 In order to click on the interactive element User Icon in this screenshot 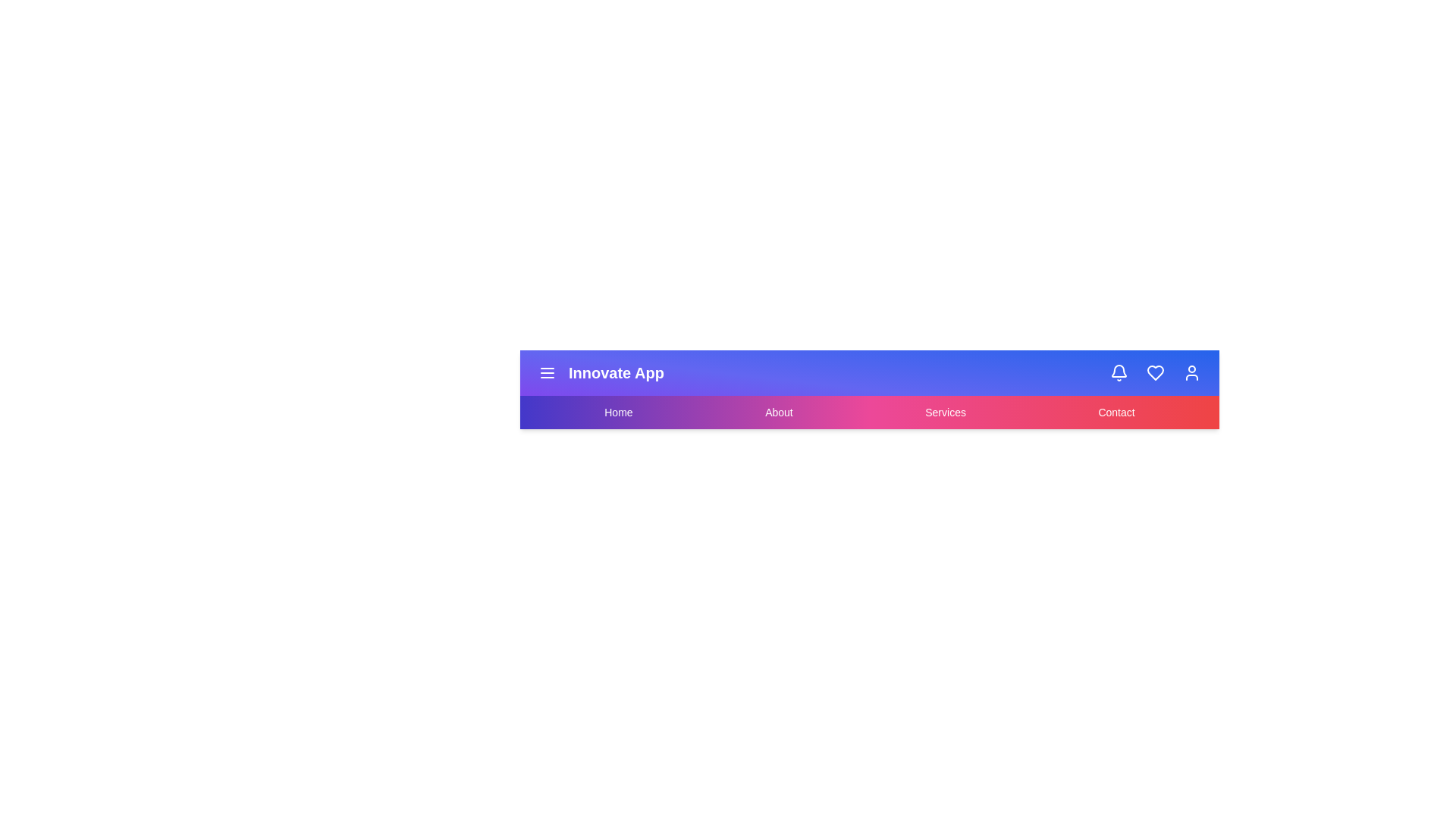, I will do `click(1191, 373)`.